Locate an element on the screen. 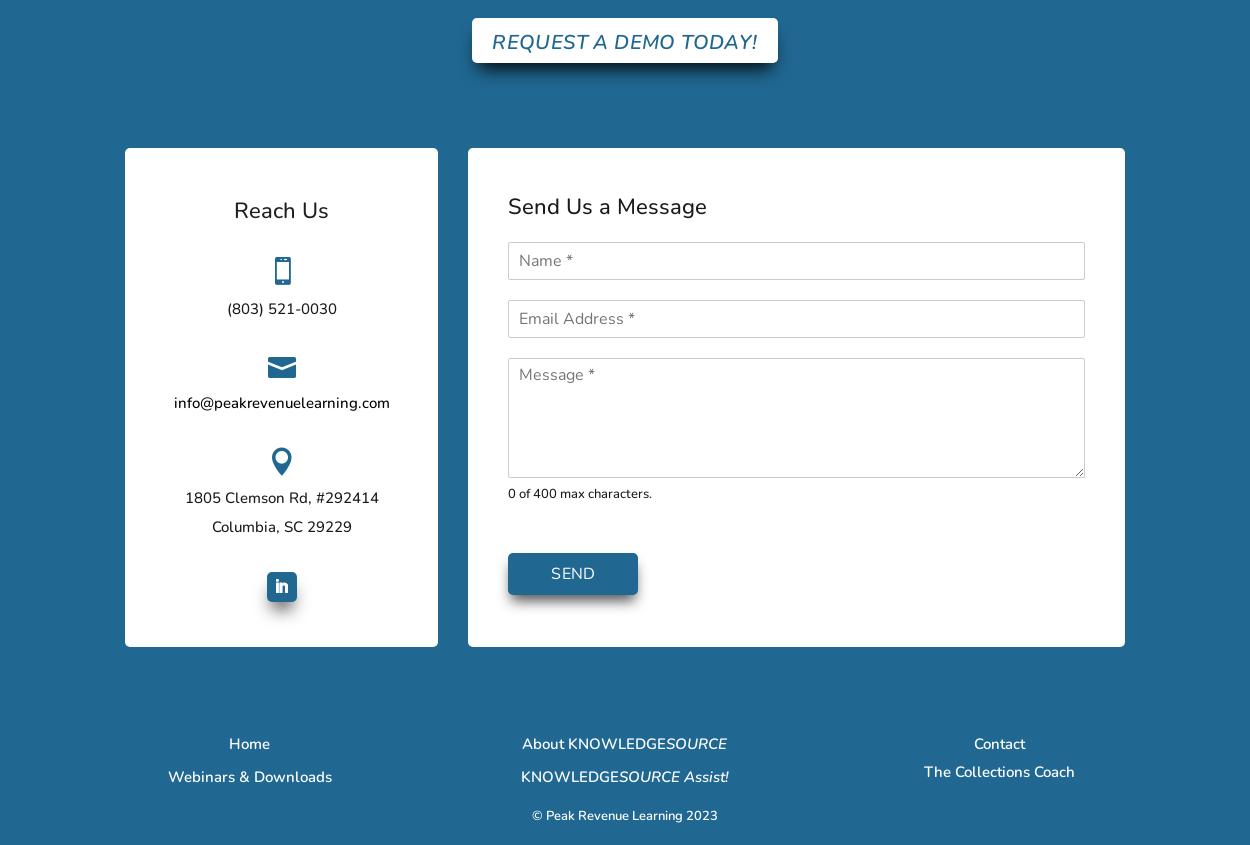 This screenshot has height=845, width=1250. 'The Collections Coach' is located at coordinates (998, 771).